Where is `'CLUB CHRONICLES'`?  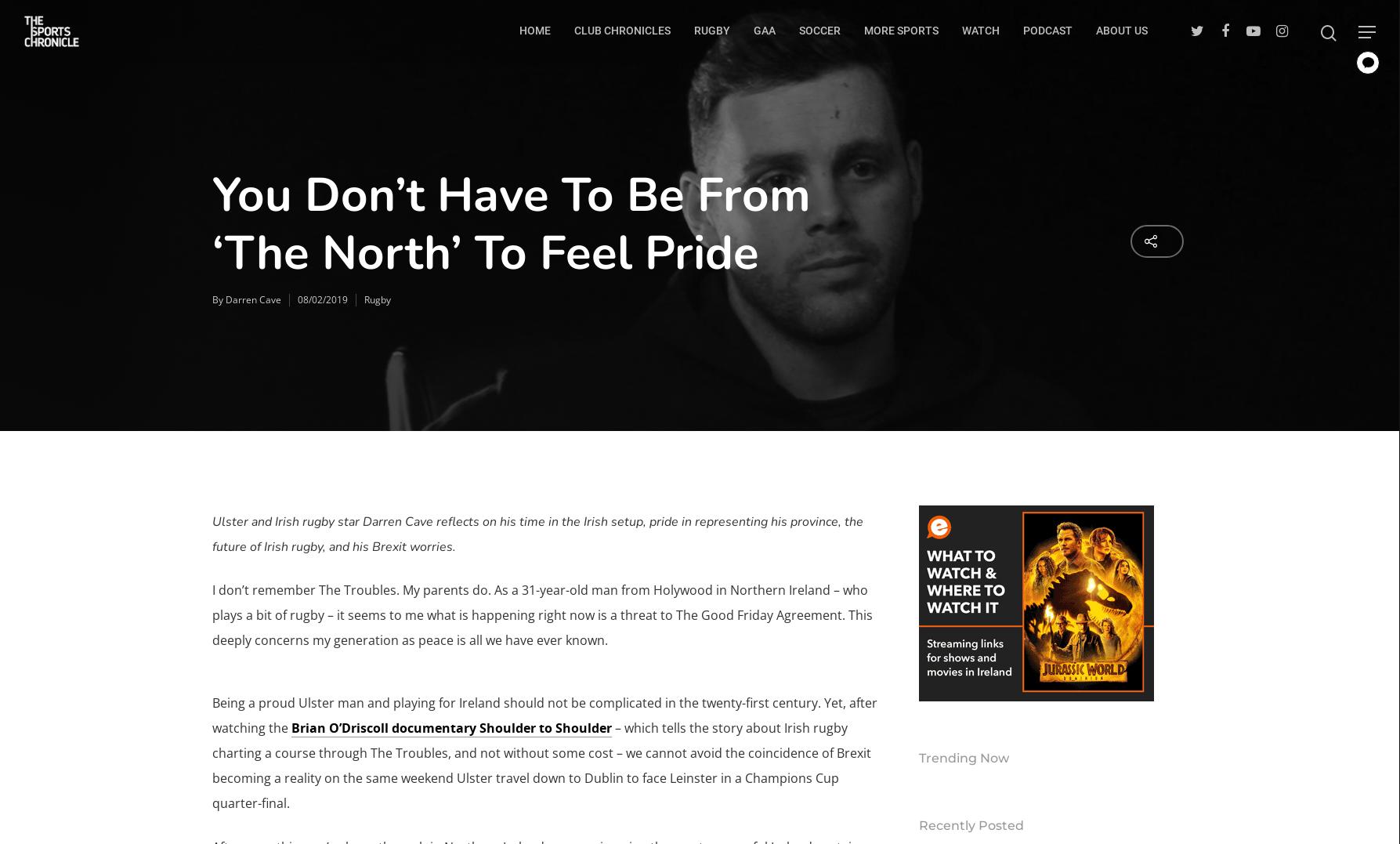
'CLUB CHRONICLES' is located at coordinates (622, 29).